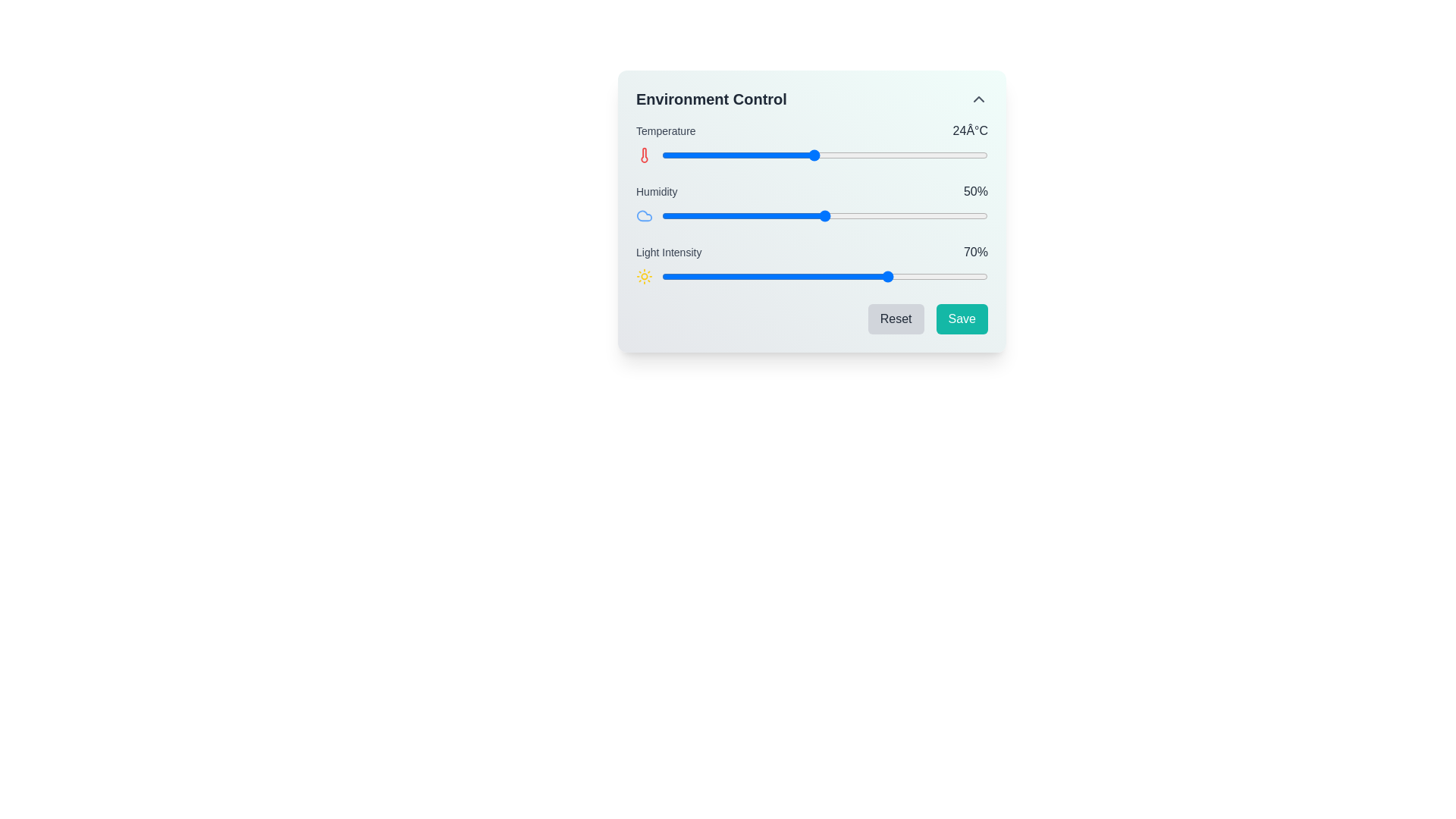  Describe the element at coordinates (723, 277) in the screenshot. I see `the light intensity` at that location.